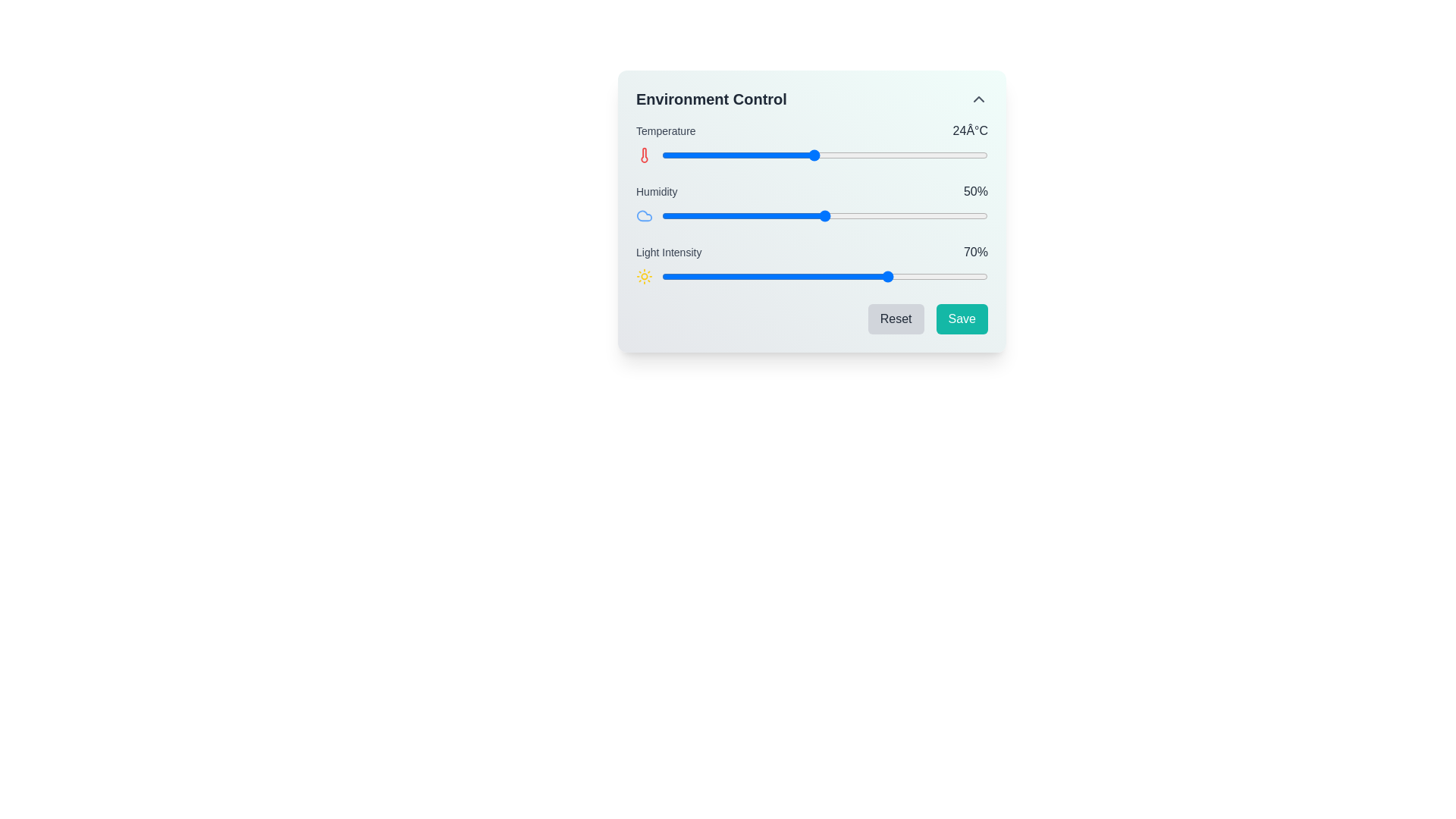  Describe the element at coordinates (723, 277) in the screenshot. I see `the light intensity` at that location.